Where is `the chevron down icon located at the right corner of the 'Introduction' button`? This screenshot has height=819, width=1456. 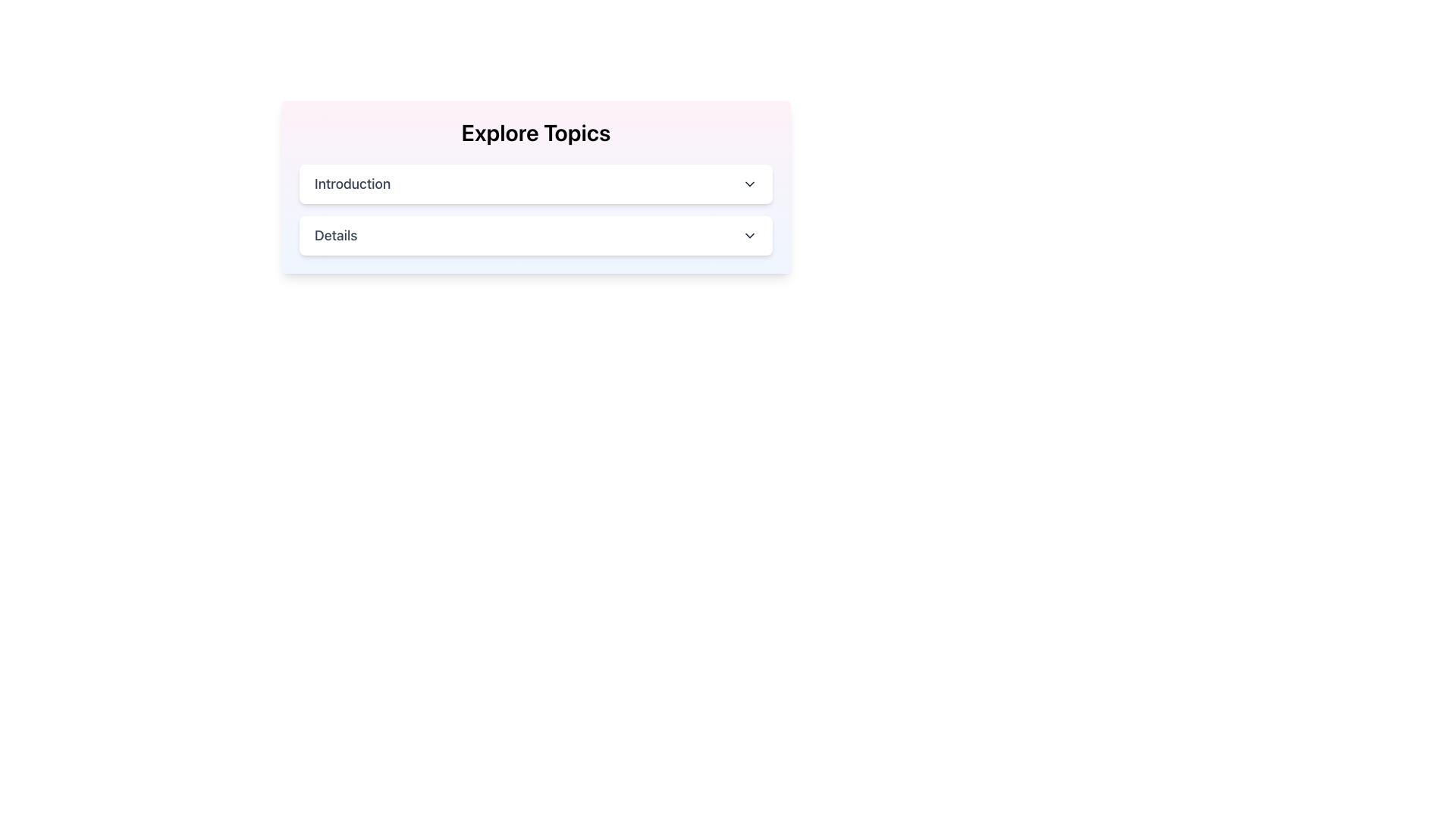 the chevron down icon located at the right corner of the 'Introduction' button is located at coordinates (749, 184).